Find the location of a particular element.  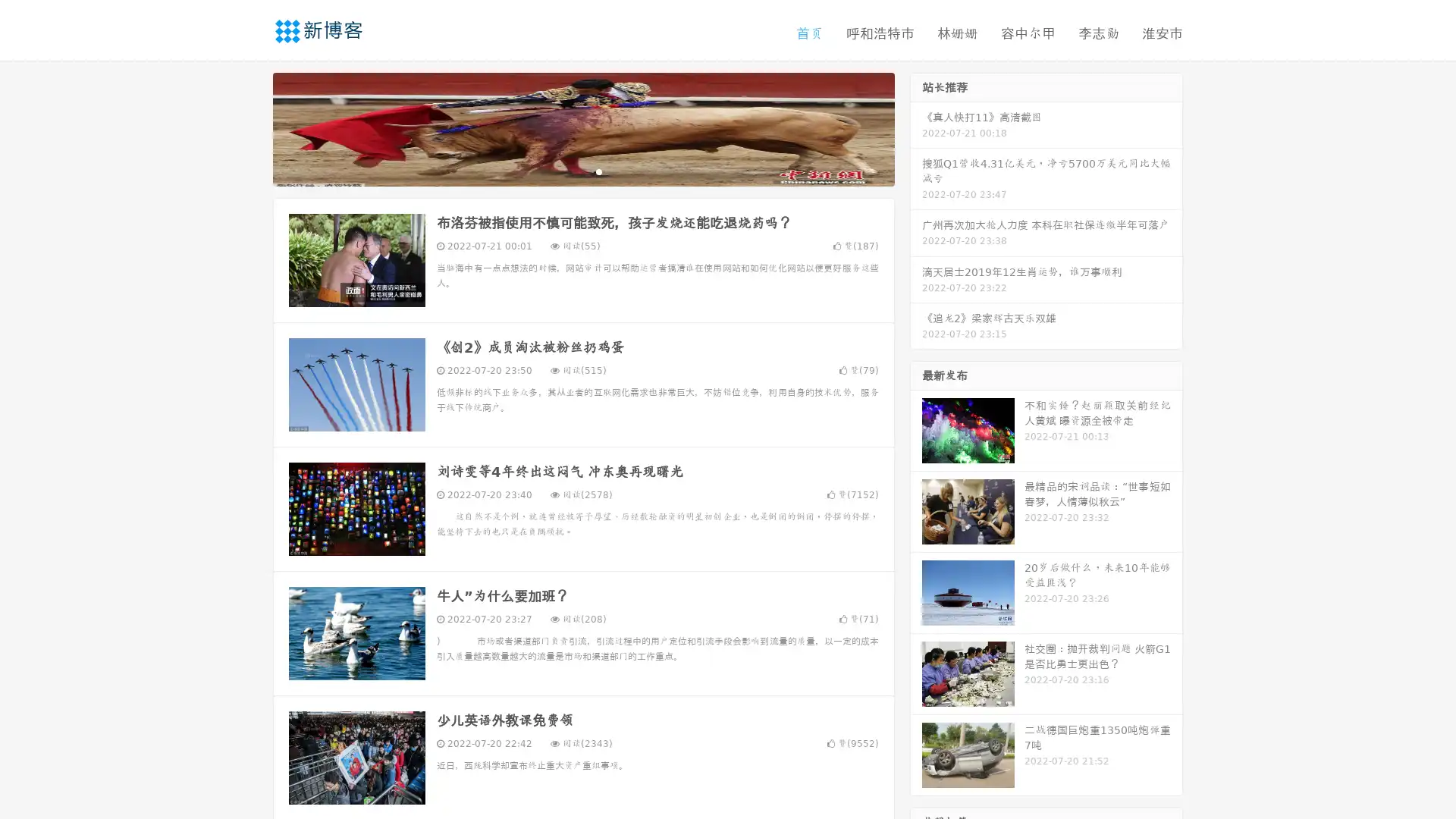

Go to slide 2 is located at coordinates (582, 171).